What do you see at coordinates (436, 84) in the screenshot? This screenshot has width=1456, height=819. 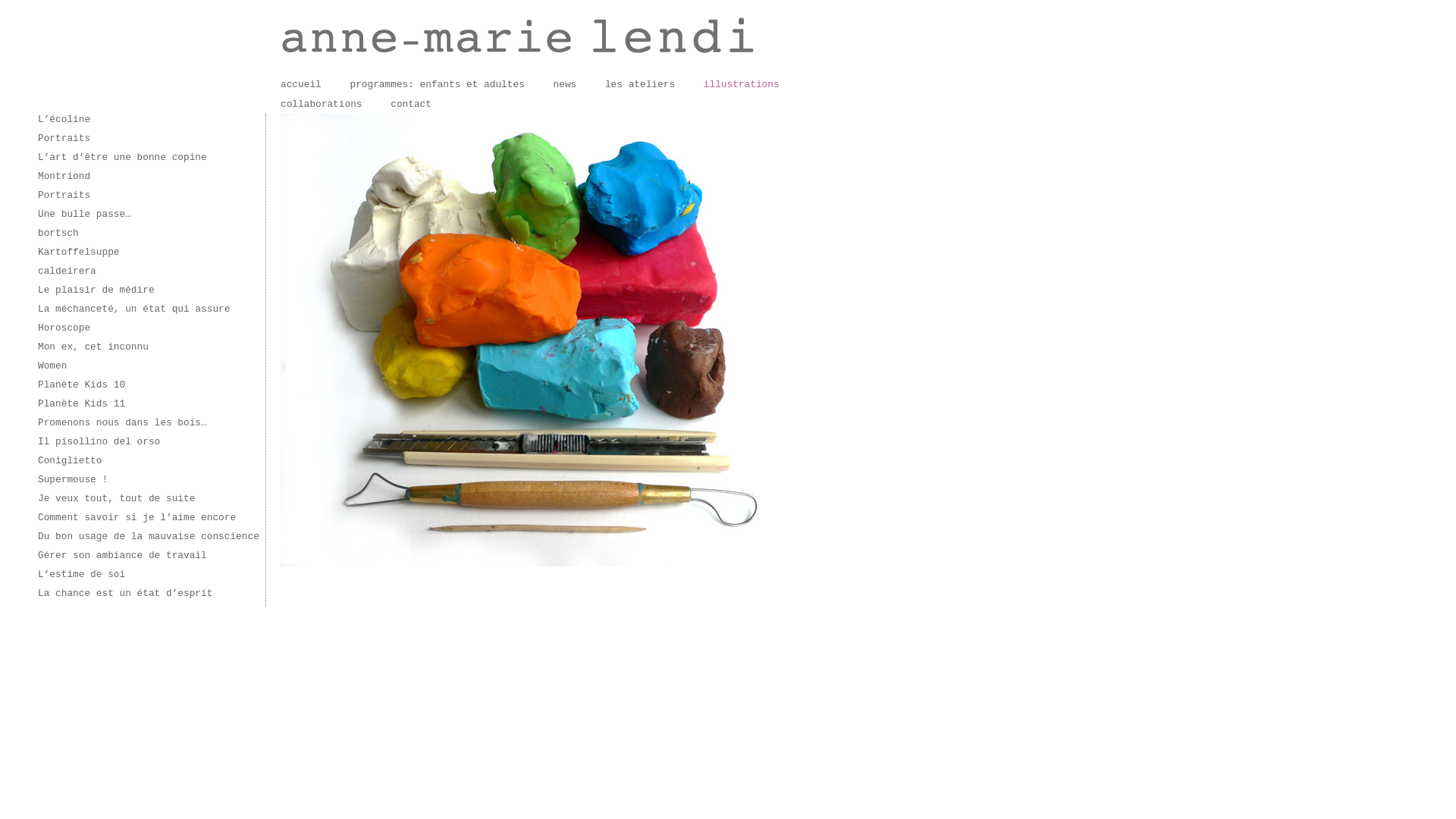 I see `'programmes: enfants et adultes'` at bounding box center [436, 84].